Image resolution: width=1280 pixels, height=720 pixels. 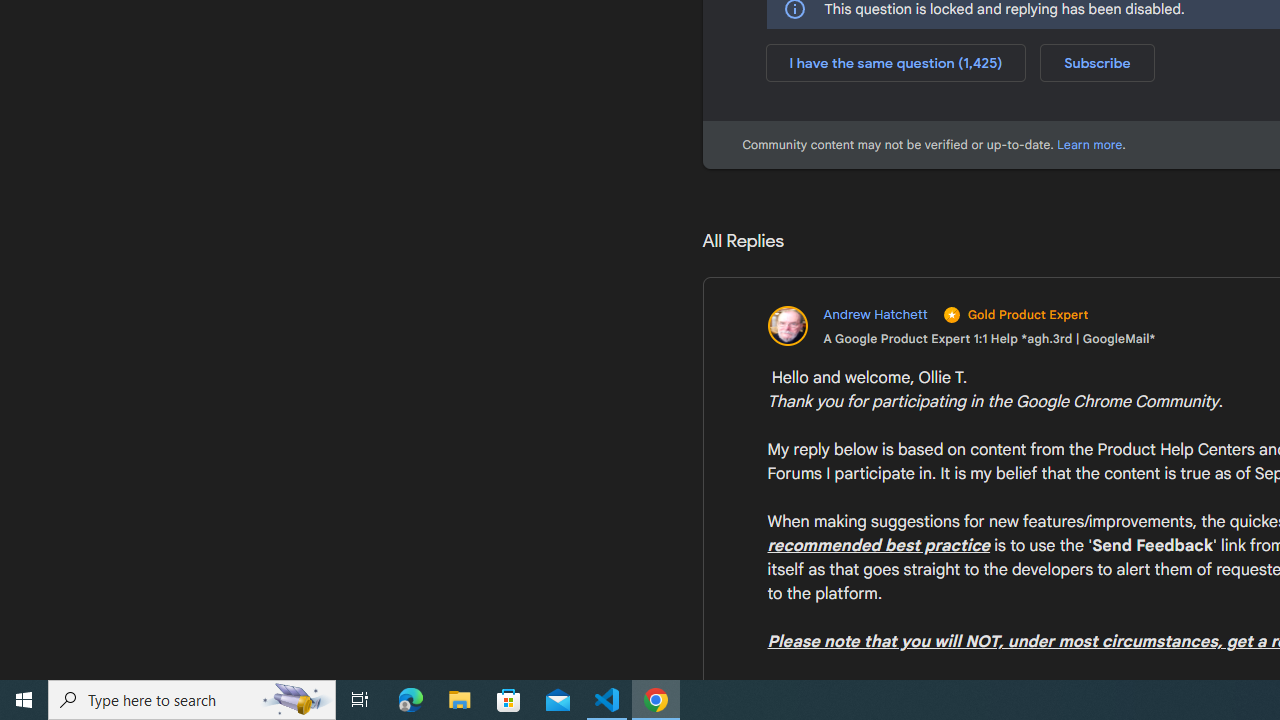 What do you see at coordinates (895, 61) in the screenshot?
I see `'I have the same question (1,425)'` at bounding box center [895, 61].